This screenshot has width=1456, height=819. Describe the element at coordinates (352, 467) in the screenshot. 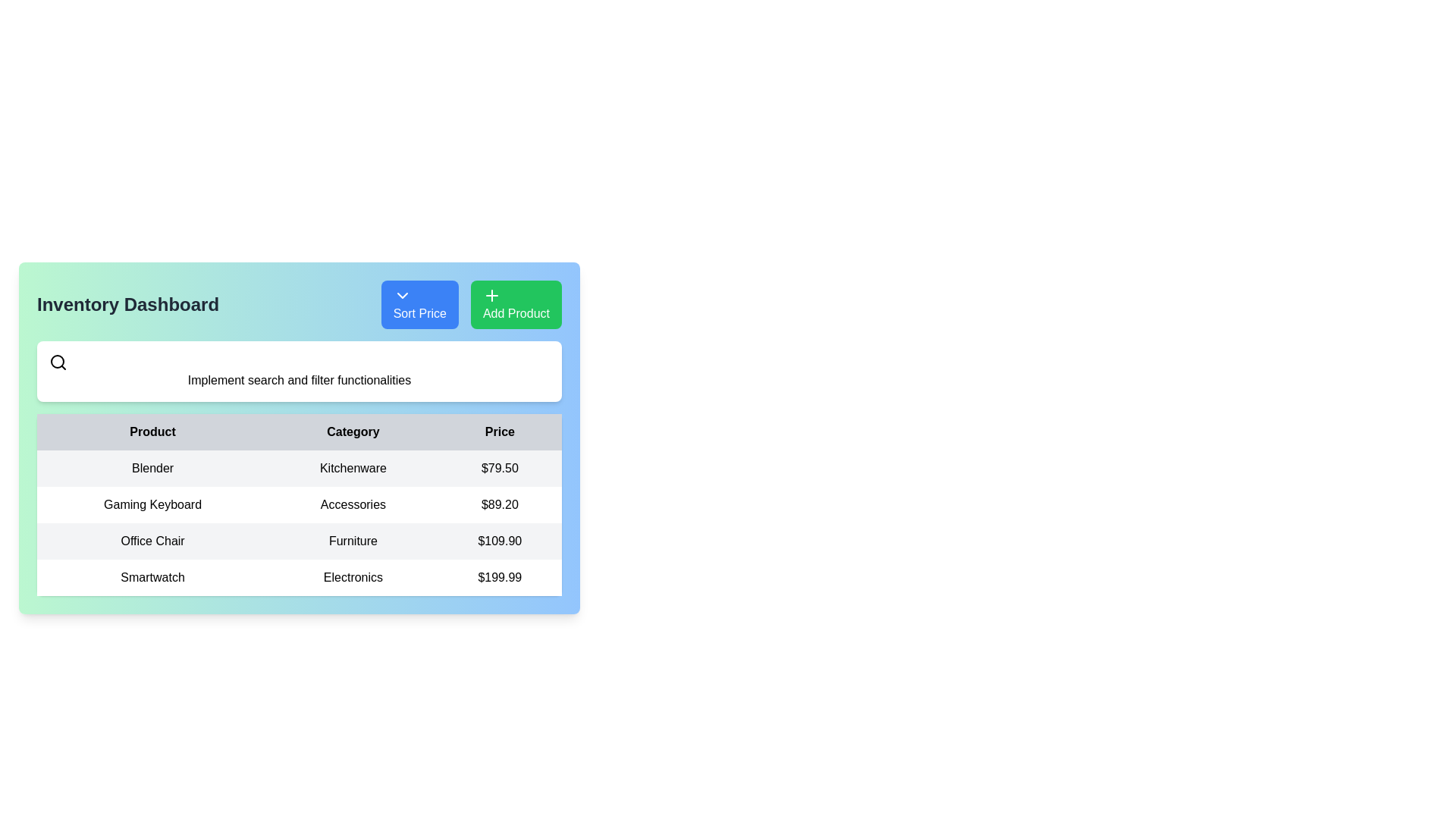

I see `text label 'Kitchenware' located in the second column of the row labeled 'Blender' in the 'Category' column of the table` at that location.